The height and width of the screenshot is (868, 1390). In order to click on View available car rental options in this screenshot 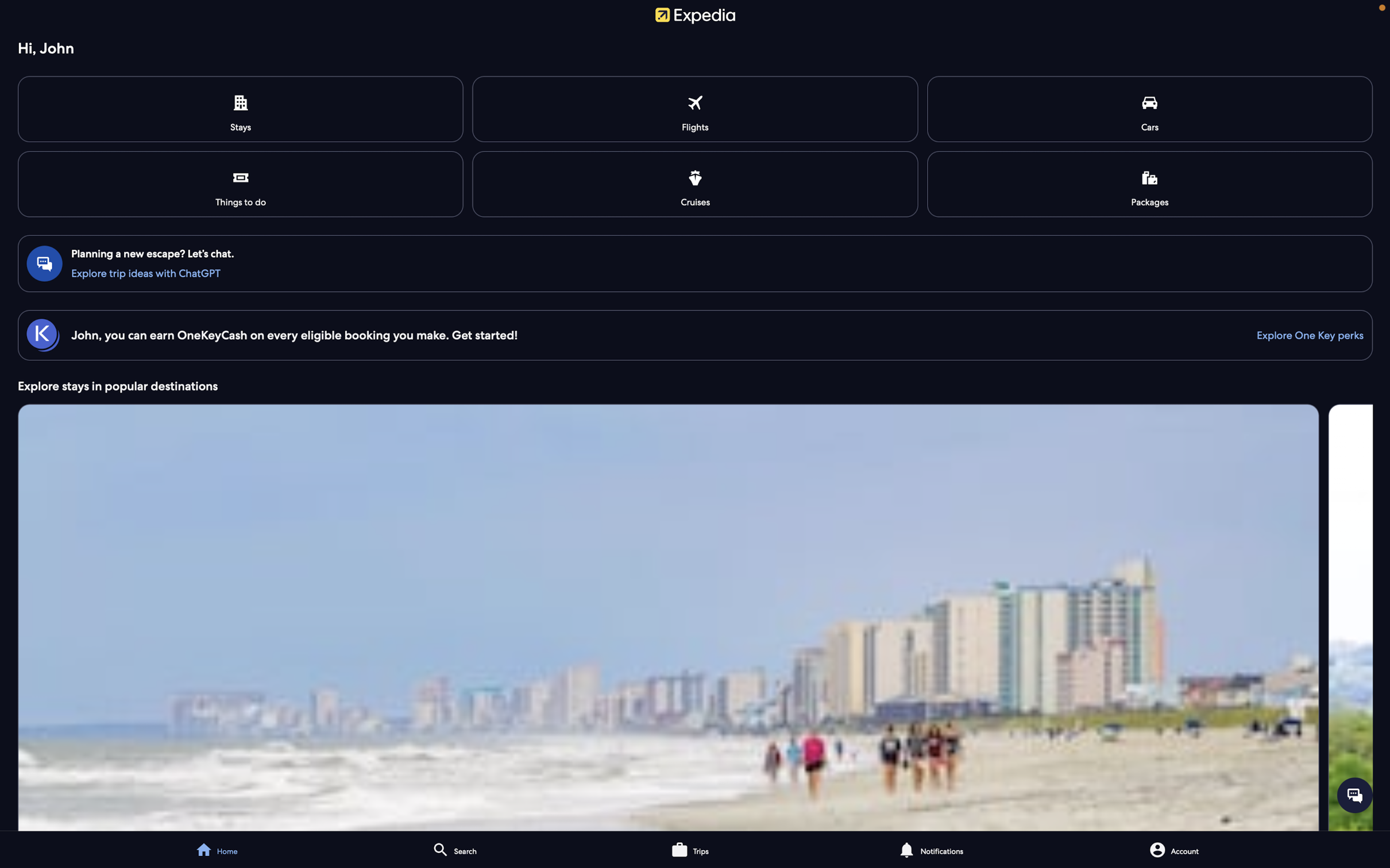, I will do `click(1150, 109)`.